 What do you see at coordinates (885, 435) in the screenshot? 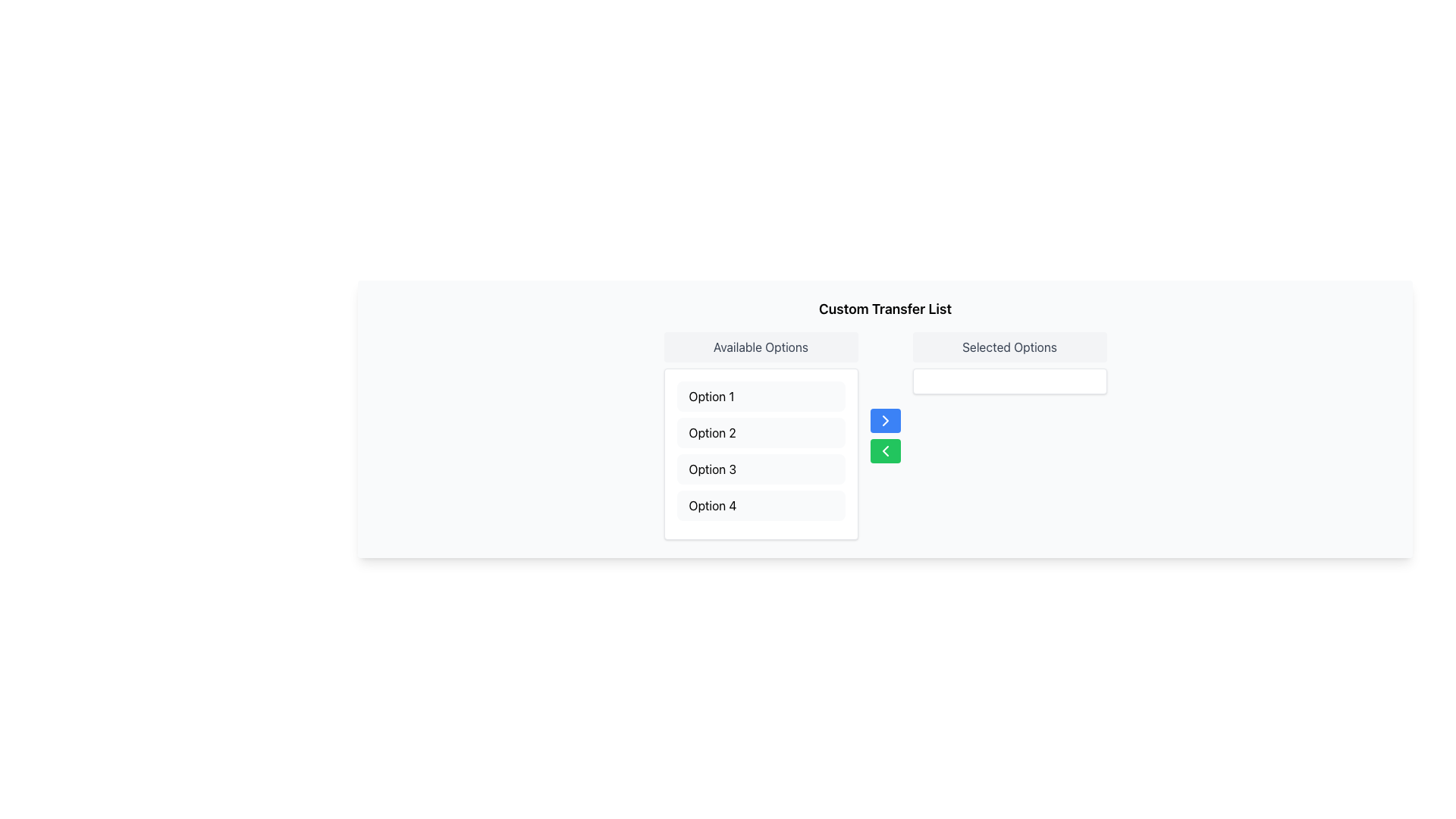
I see `the interactive panel buttons` at bounding box center [885, 435].